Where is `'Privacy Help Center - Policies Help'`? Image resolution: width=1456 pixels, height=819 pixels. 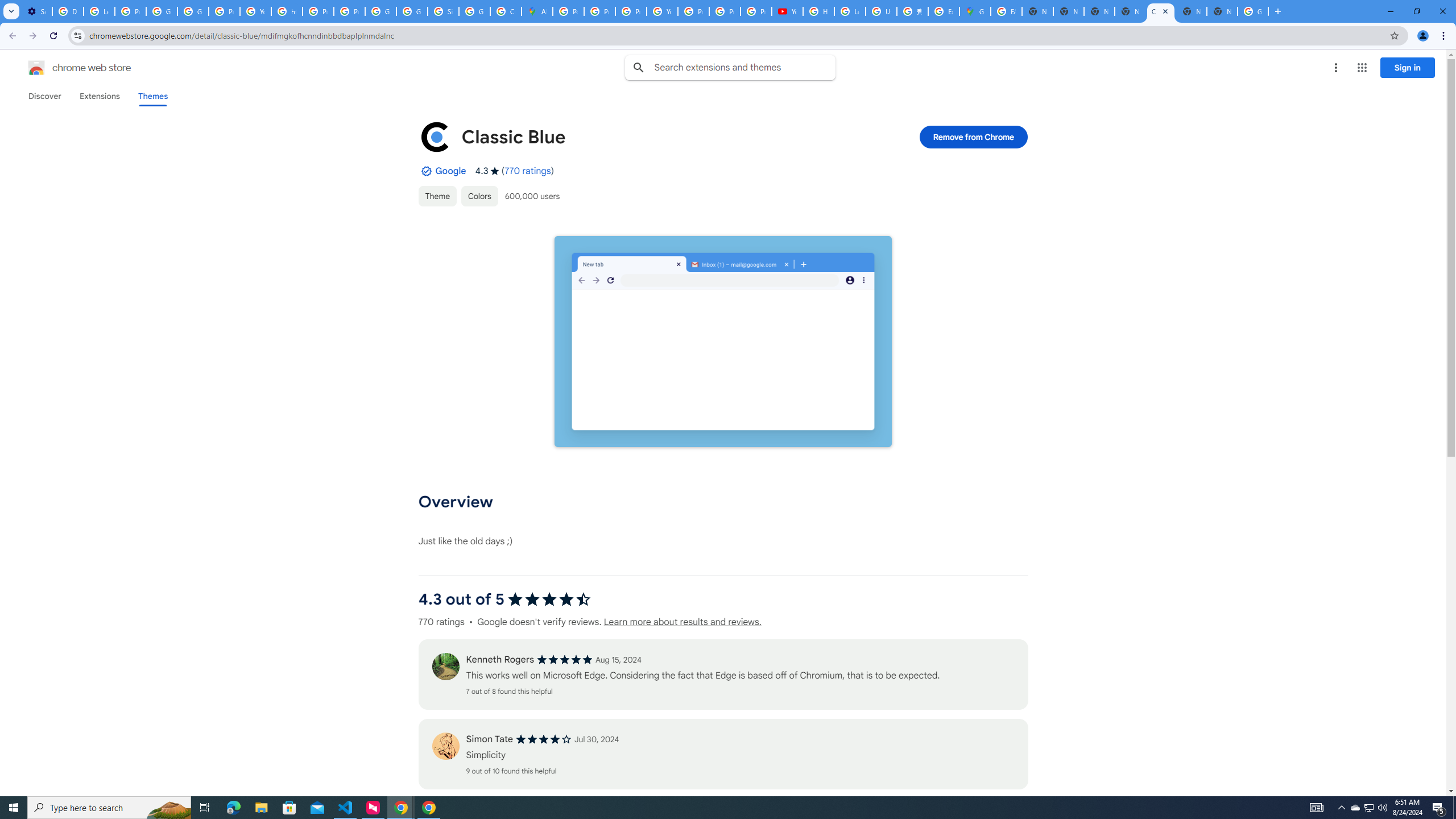
'Privacy Help Center - Policies Help' is located at coordinates (630, 11).